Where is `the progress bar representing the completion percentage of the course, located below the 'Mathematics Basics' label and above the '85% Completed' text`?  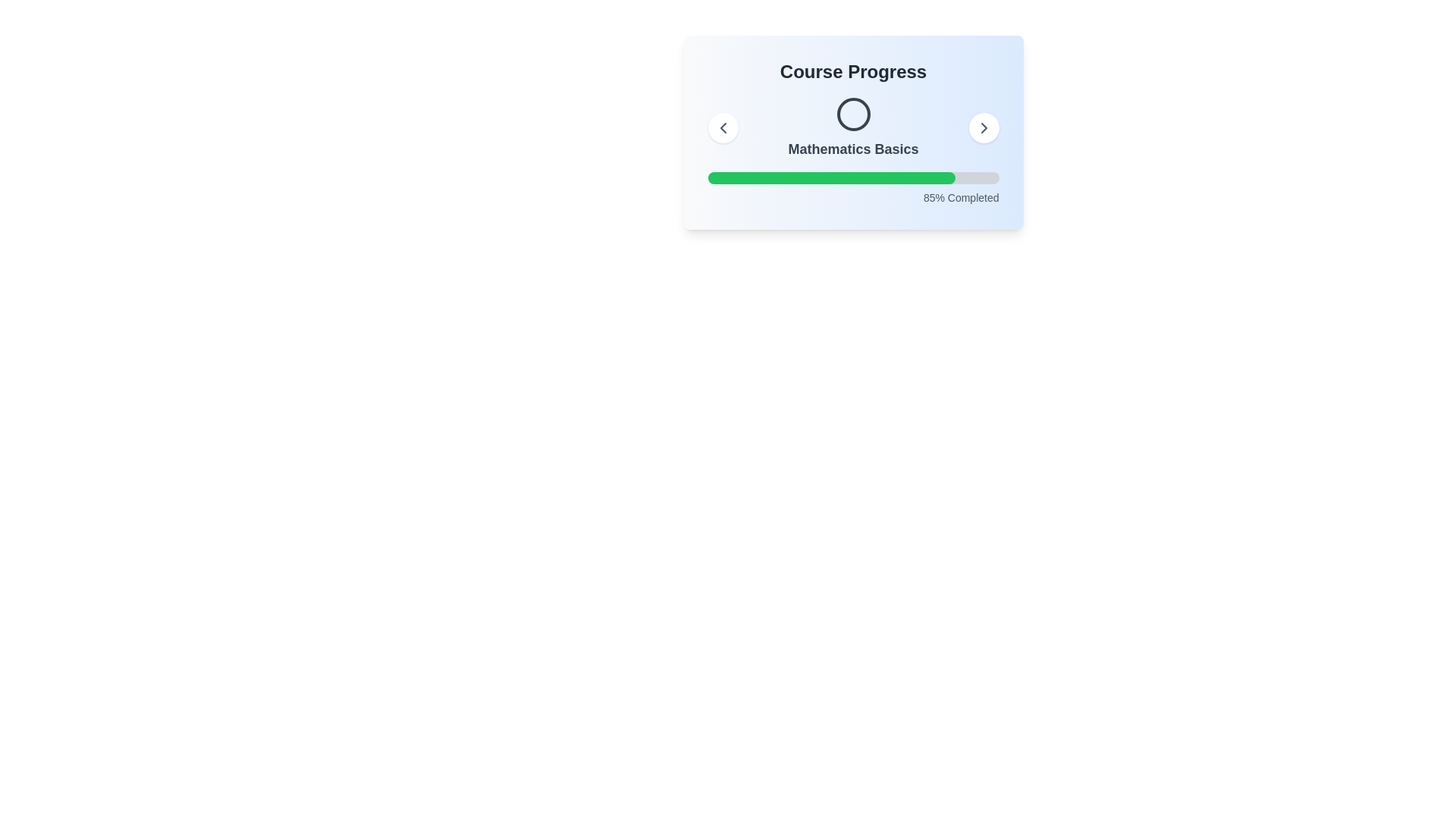
the progress bar representing the completion percentage of the course, located below the 'Mathematics Basics' label and above the '85% Completed' text is located at coordinates (853, 177).